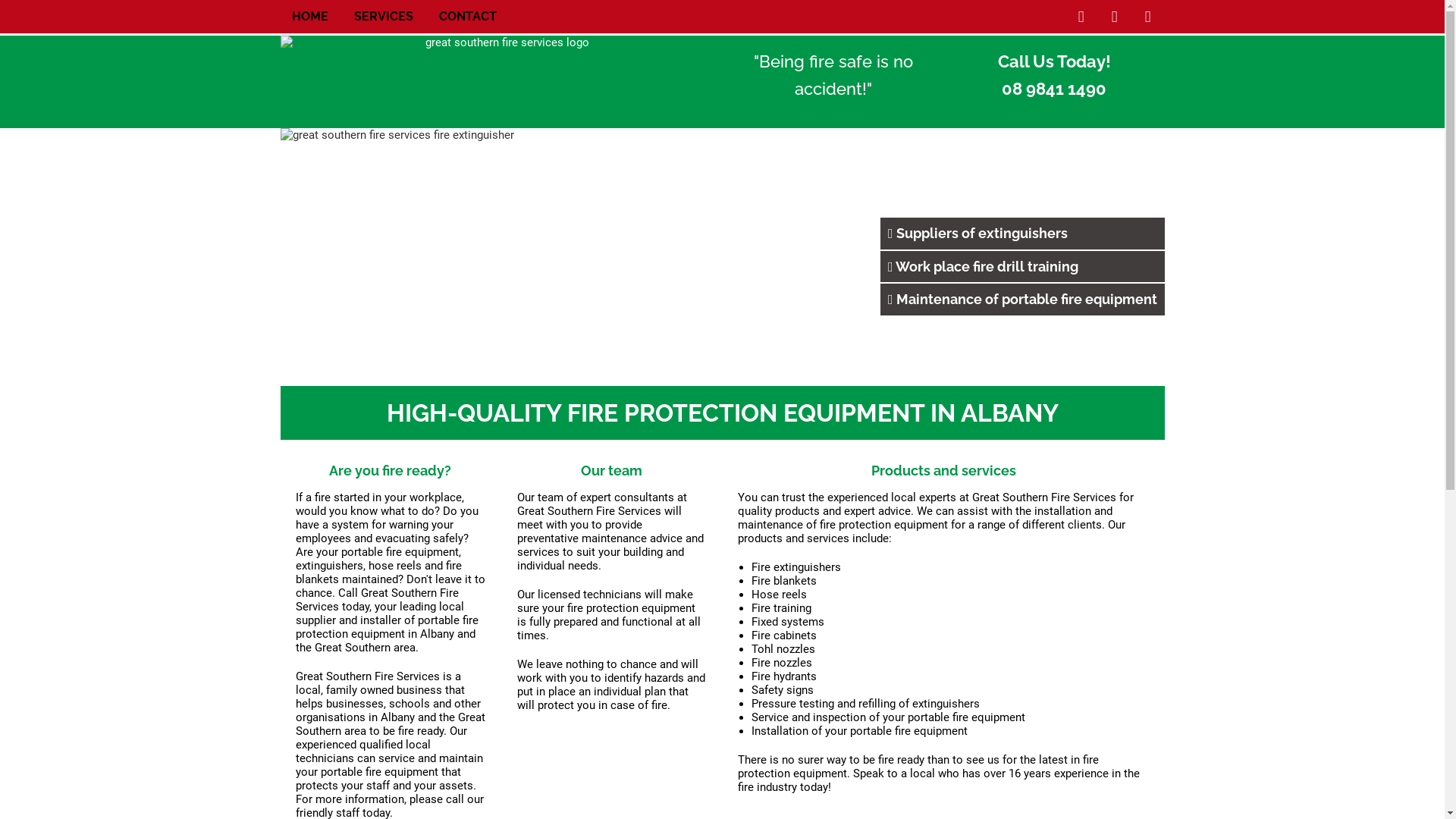 This screenshot has height=819, width=1456. Describe the element at coordinates (466, 17) in the screenshot. I see `'CONTACT'` at that location.